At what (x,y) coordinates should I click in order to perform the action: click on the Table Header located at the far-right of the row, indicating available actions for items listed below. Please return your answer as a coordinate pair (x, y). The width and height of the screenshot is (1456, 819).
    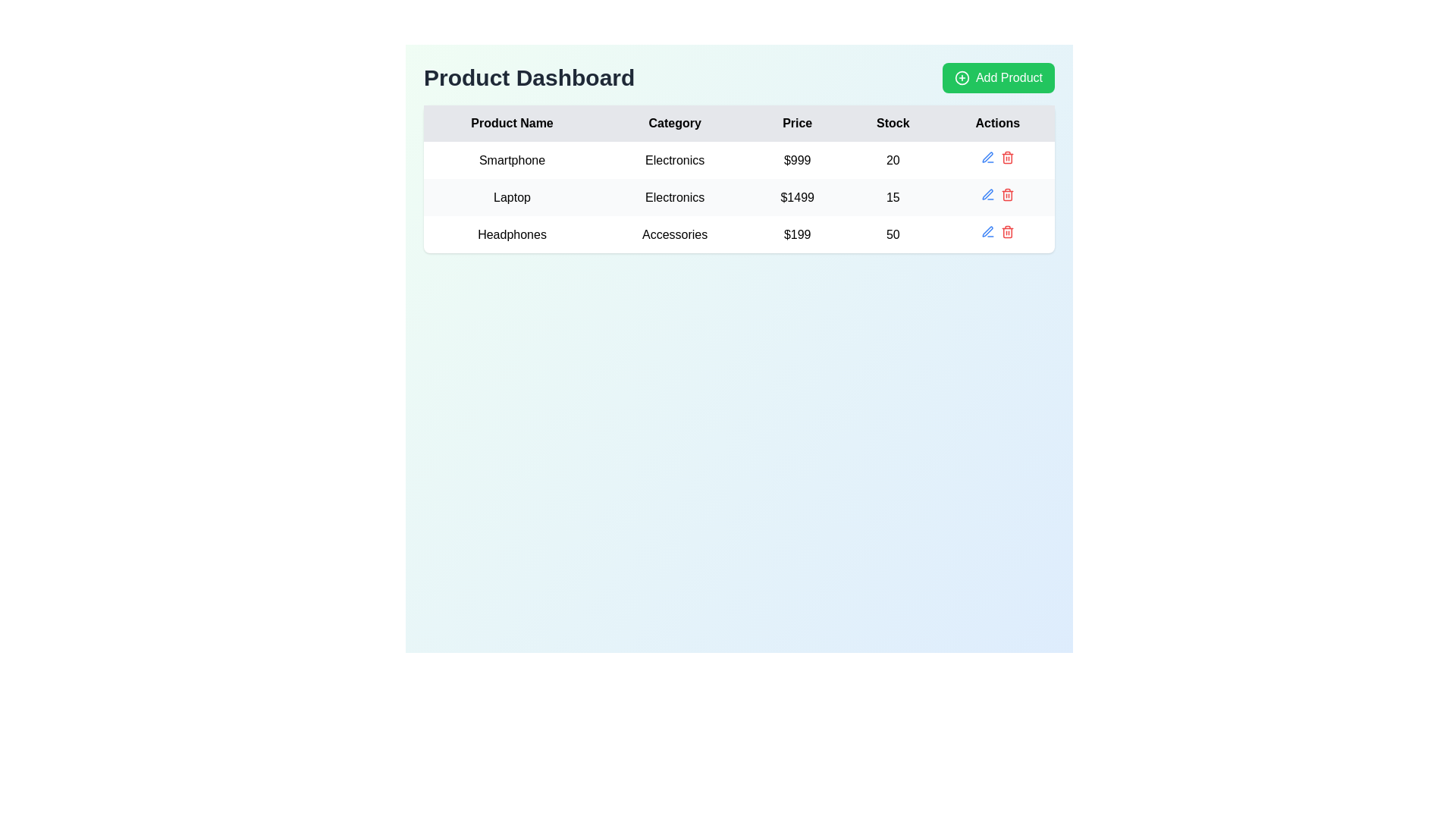
    Looking at the image, I should click on (997, 122).